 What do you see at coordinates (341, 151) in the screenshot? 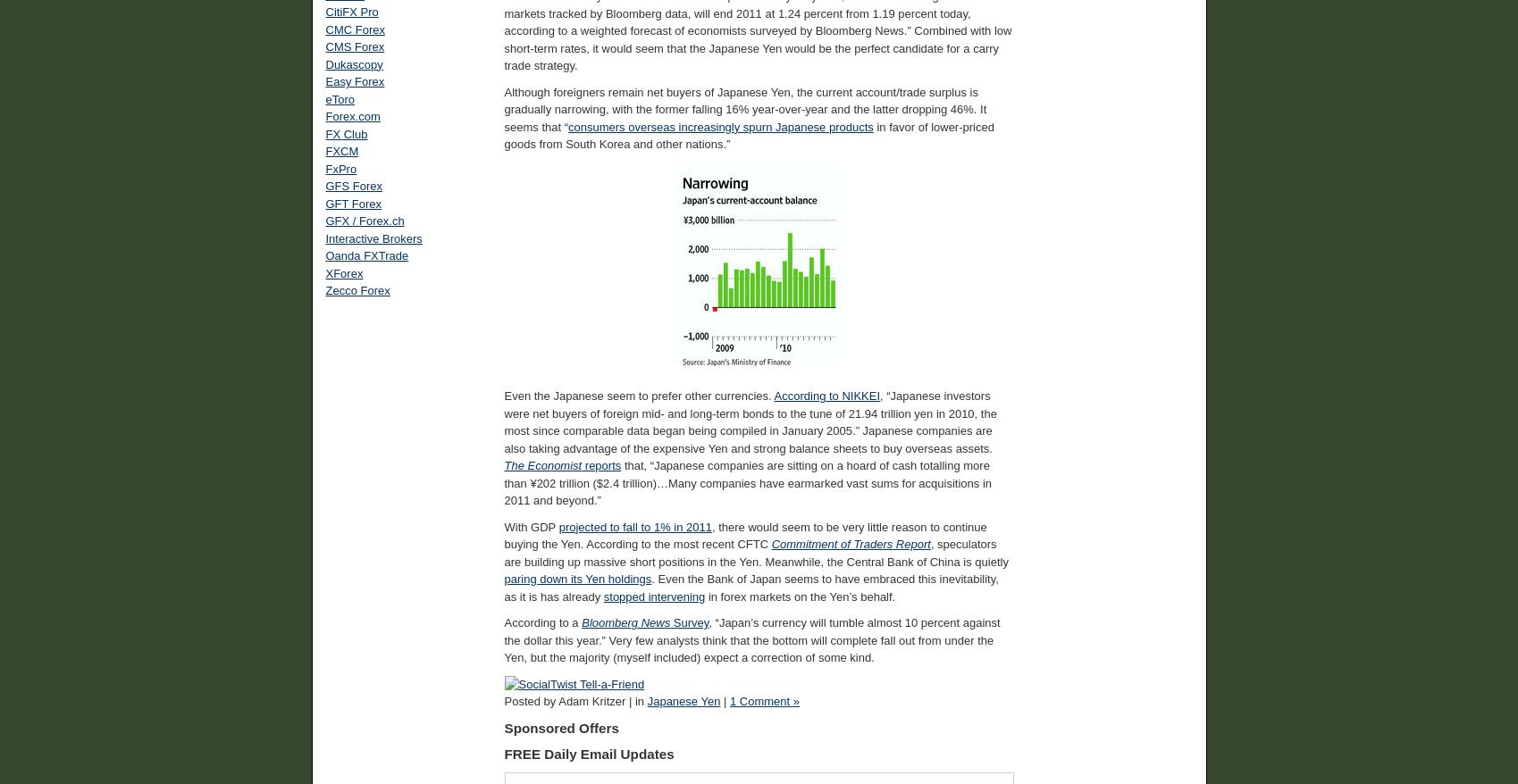
I see `'FXCM'` at bounding box center [341, 151].